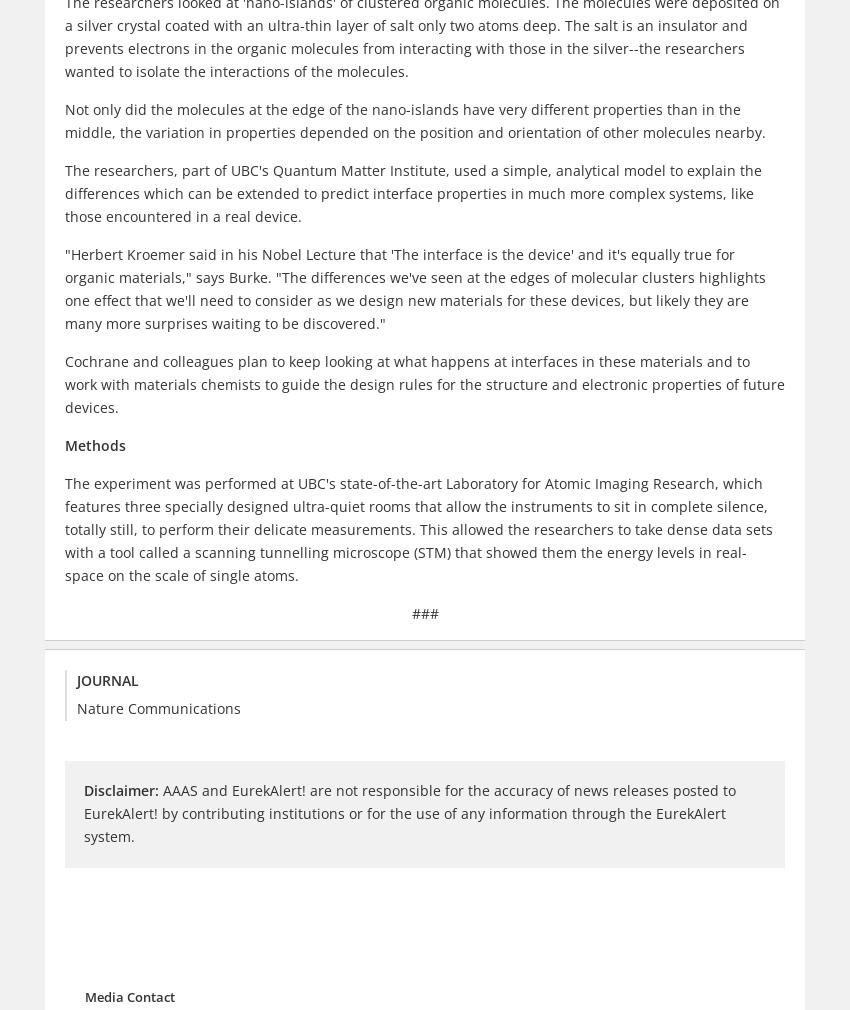 This screenshot has height=1010, width=850. I want to click on 'The researchers, part of UBC's Quantum Matter Institute, used a simple, analytical model to explain the differences which can be extended to predict interface properties in much more complex systems, like those encountered in a real device.', so click(413, 191).